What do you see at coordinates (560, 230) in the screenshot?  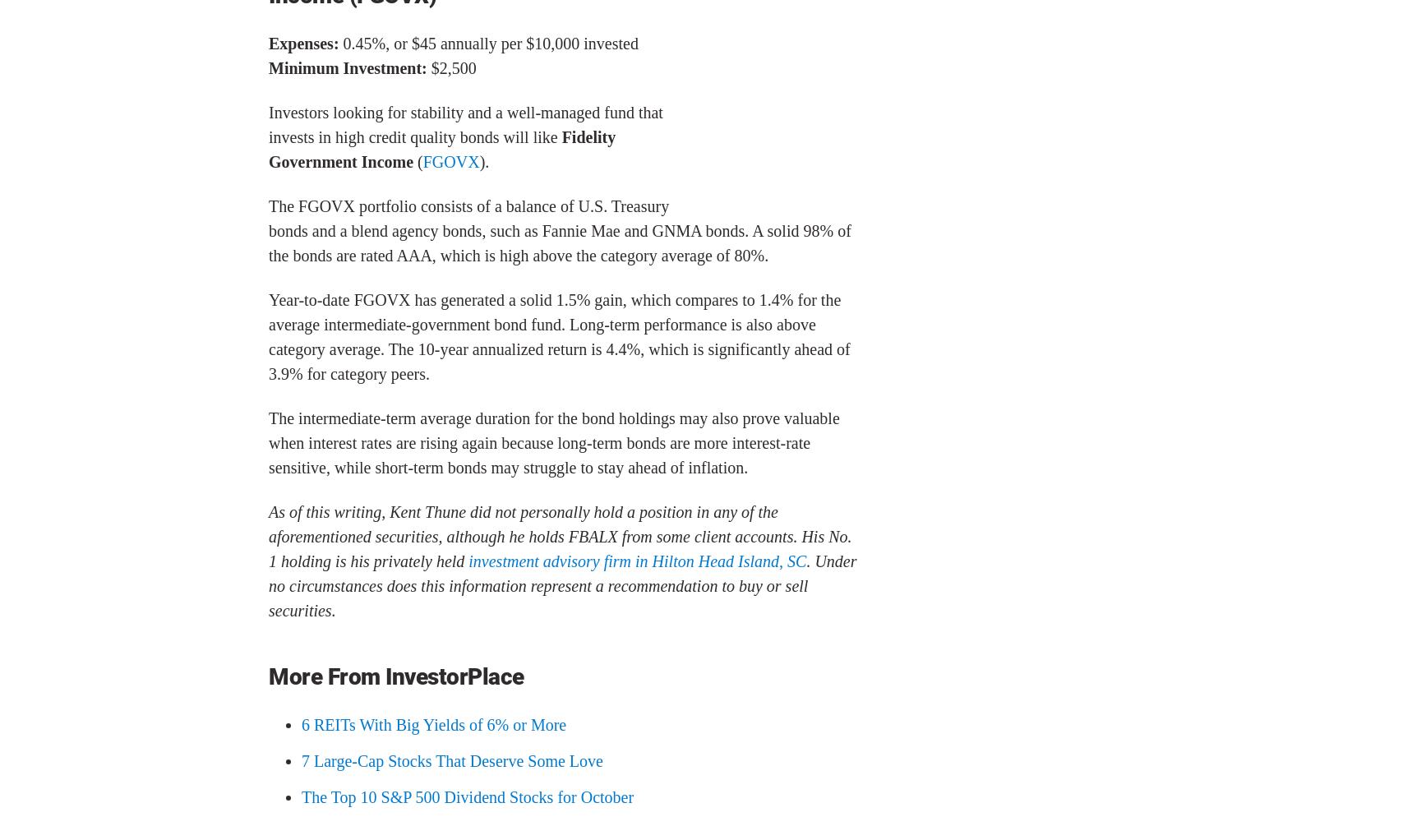 I see `'The FGOVX portfolio consists of a balance of U.S. Treasury bonds and a blend agency bonds, such as Fannie Mae and GNMA bonds. A solid 98% of the bonds are rated AAA, which is high above the category average of 80%.'` at bounding box center [560, 230].